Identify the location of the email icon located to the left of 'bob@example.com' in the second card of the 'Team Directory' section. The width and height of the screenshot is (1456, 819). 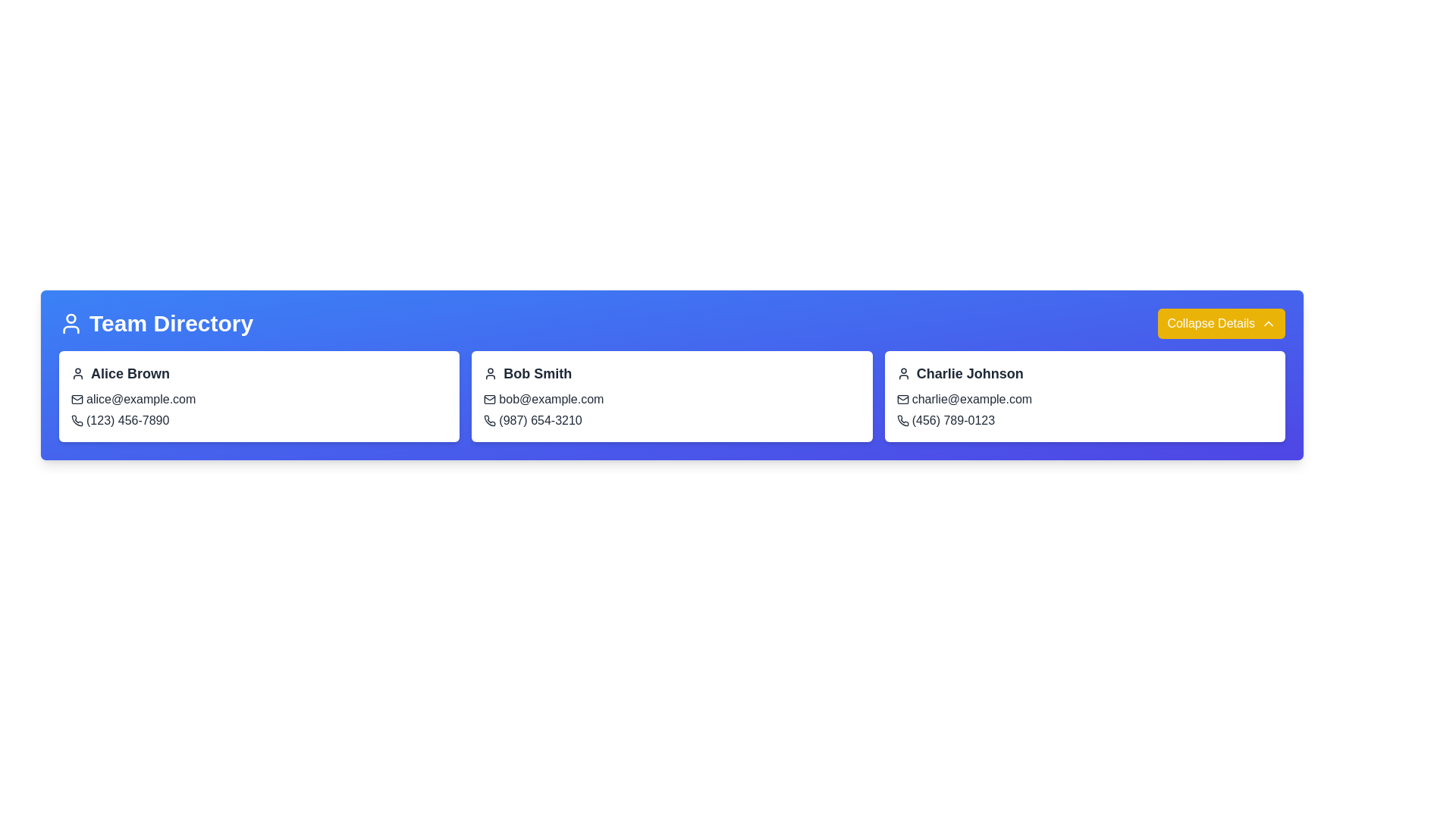
(490, 399).